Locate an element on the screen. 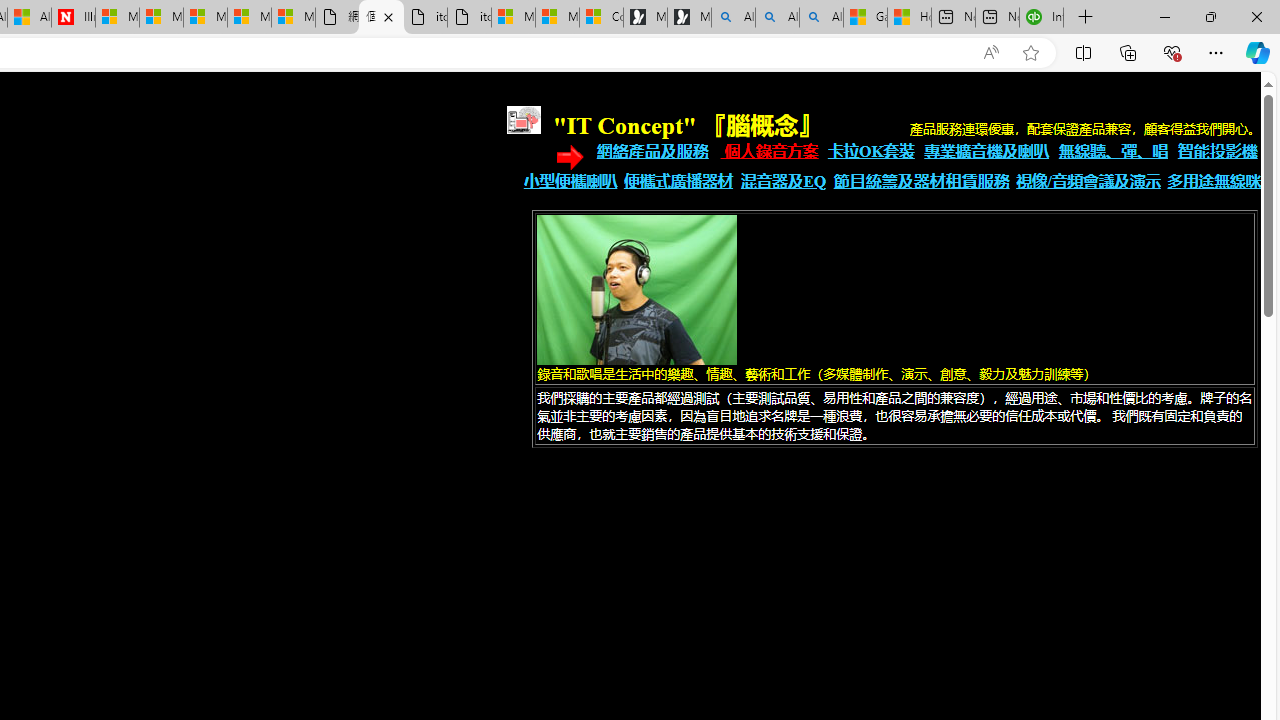  'itconcepthk.com/projector_solutions.mp4' is located at coordinates (468, 17).